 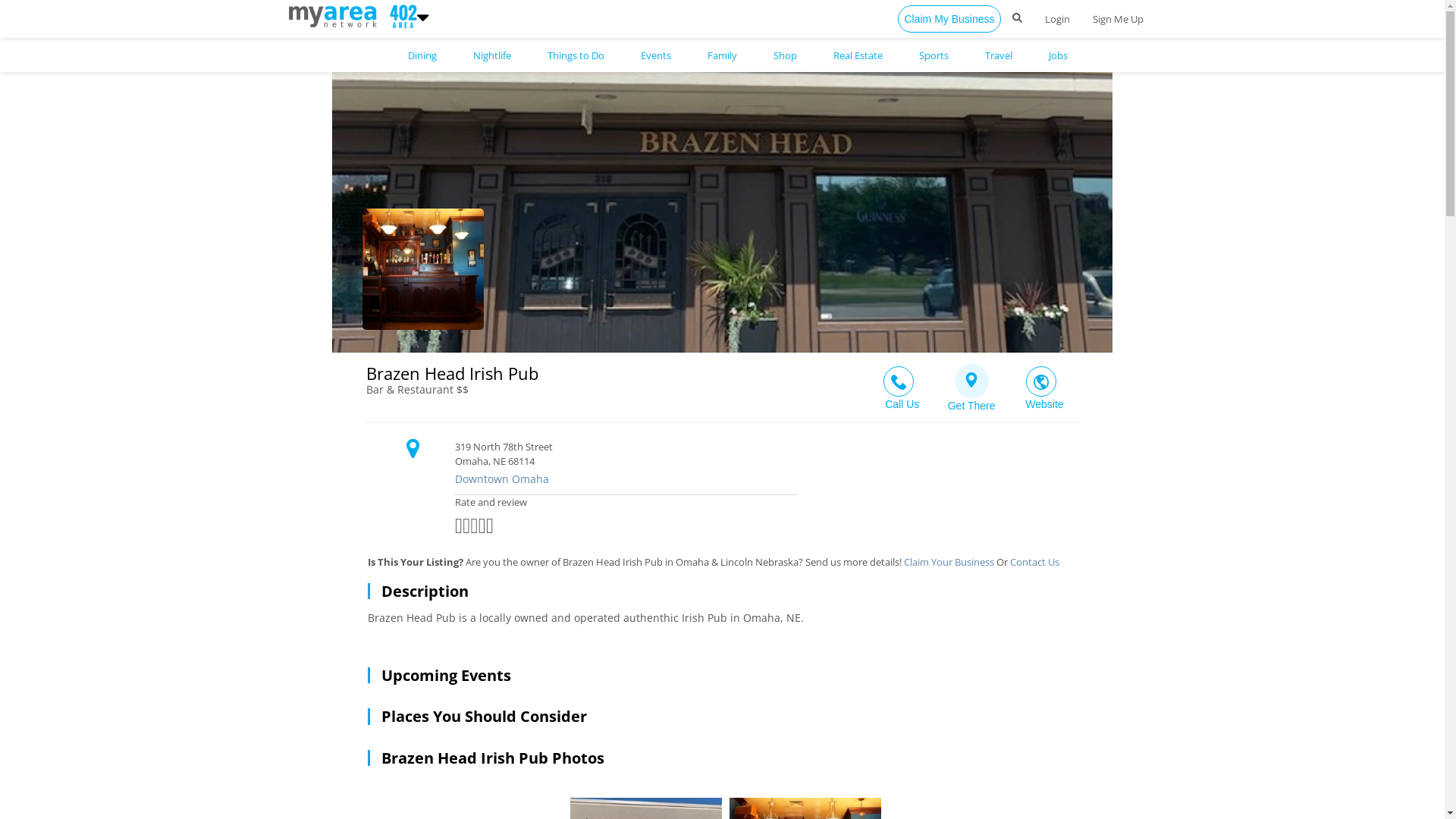 I want to click on 'https://www.402area.com', so click(x=287, y=14).